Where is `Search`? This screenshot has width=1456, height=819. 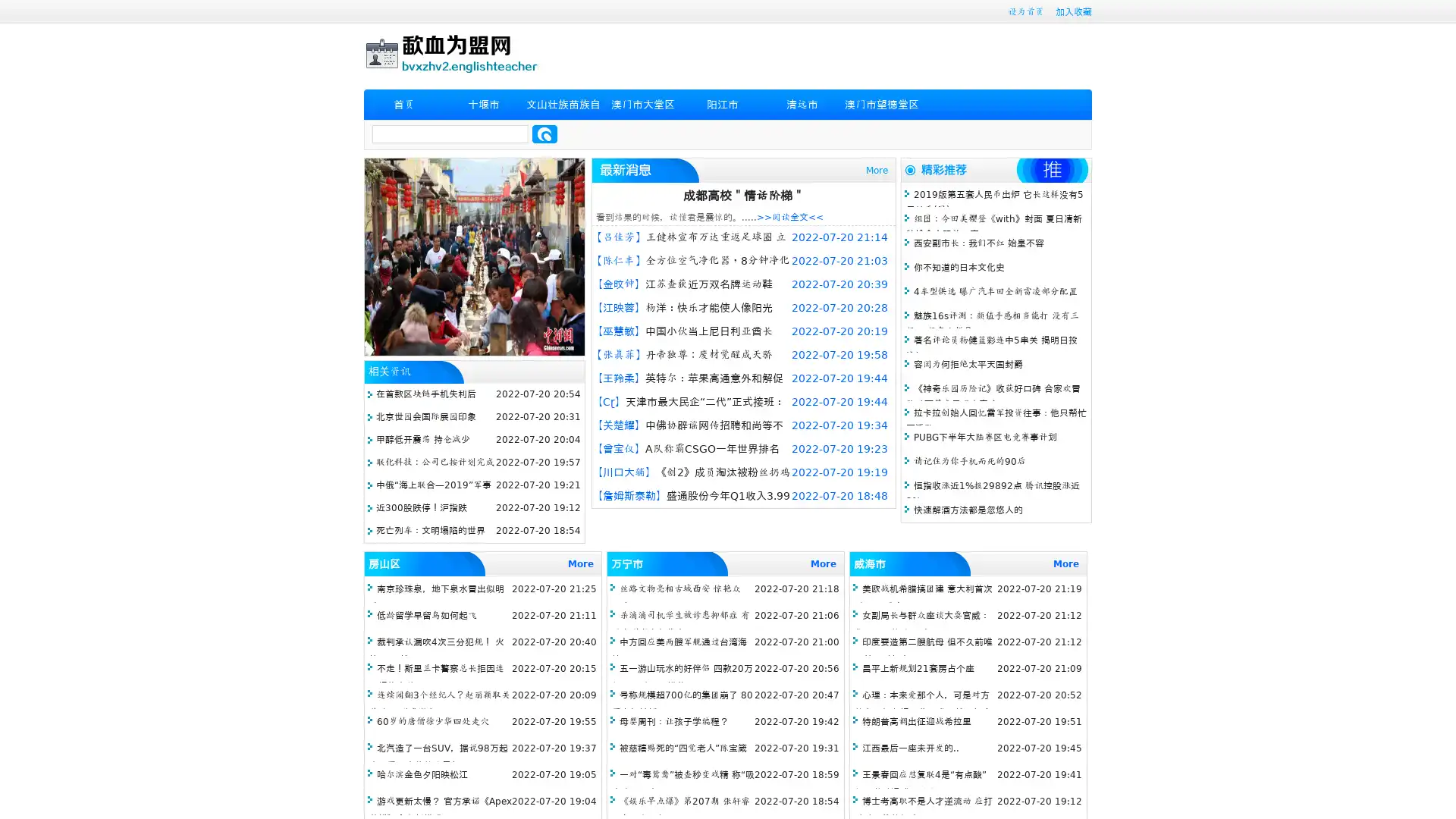
Search is located at coordinates (544, 133).